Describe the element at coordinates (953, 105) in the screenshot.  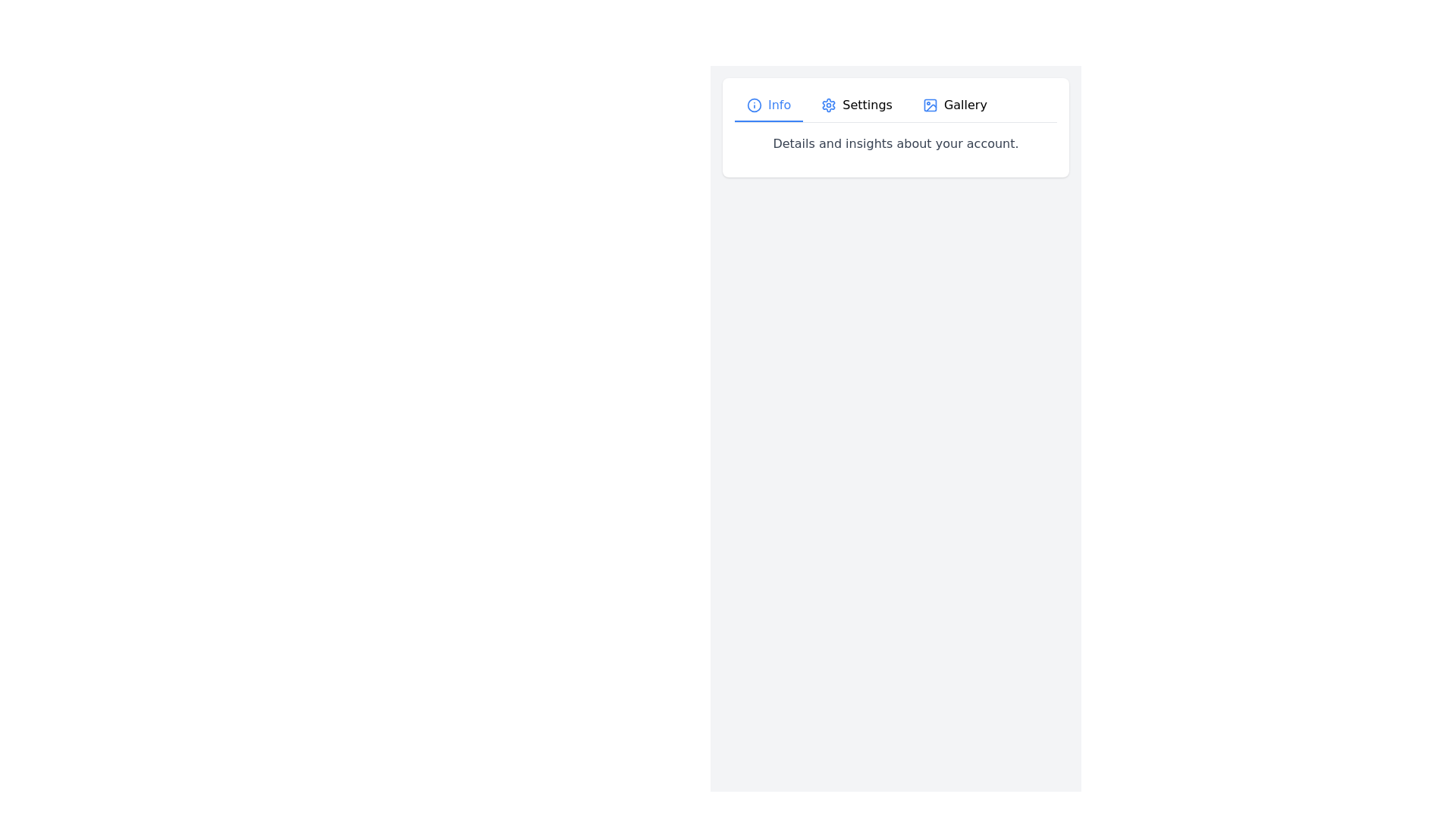
I see `the 'Gallery' tab in the navigation bar` at that location.